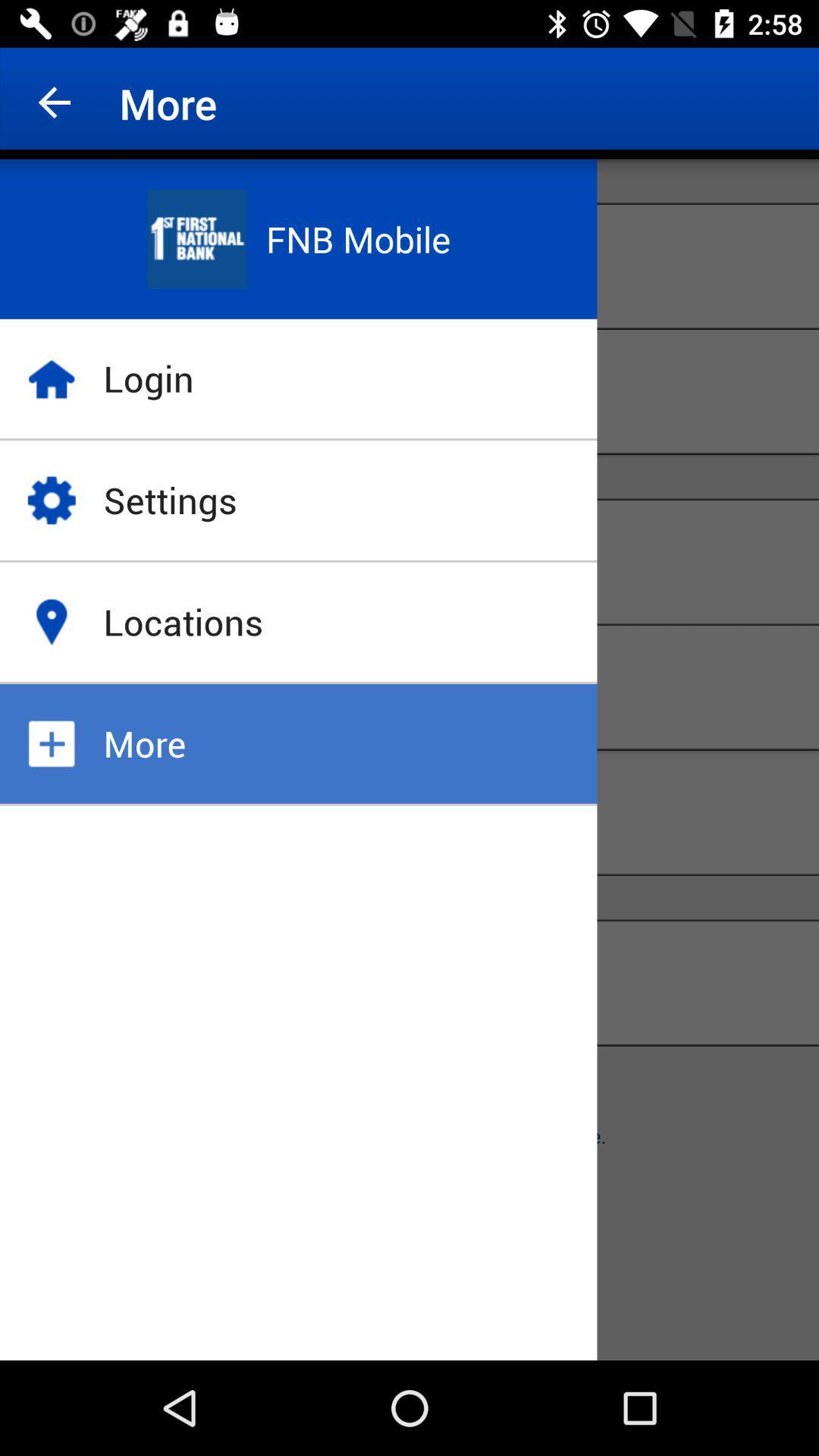 The height and width of the screenshot is (1456, 819). What do you see at coordinates (51, 743) in the screenshot?
I see `the symbol left to more` at bounding box center [51, 743].